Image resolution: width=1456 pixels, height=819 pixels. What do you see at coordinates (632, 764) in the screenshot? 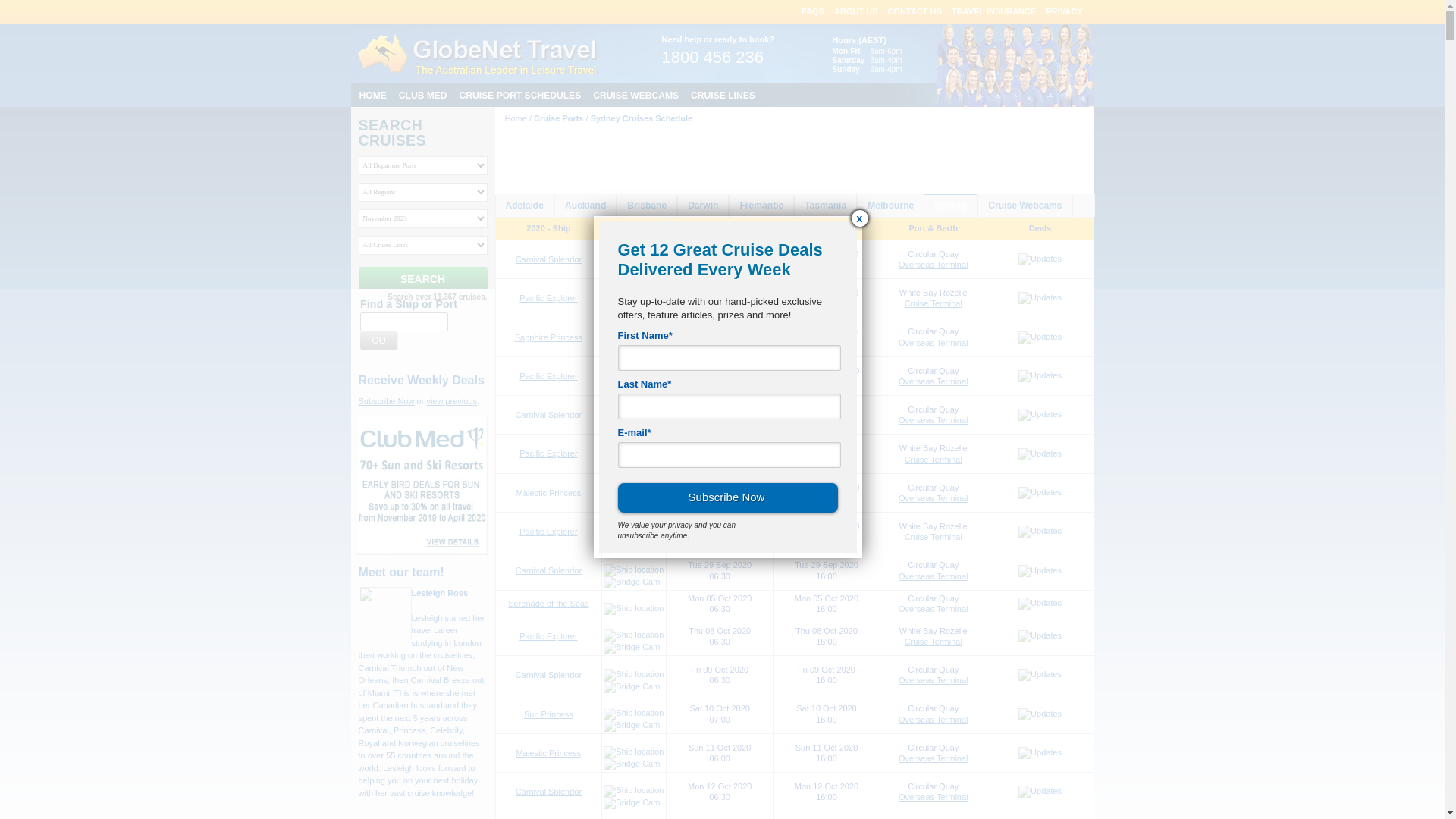
I see `'Bridge Cam'` at bounding box center [632, 764].